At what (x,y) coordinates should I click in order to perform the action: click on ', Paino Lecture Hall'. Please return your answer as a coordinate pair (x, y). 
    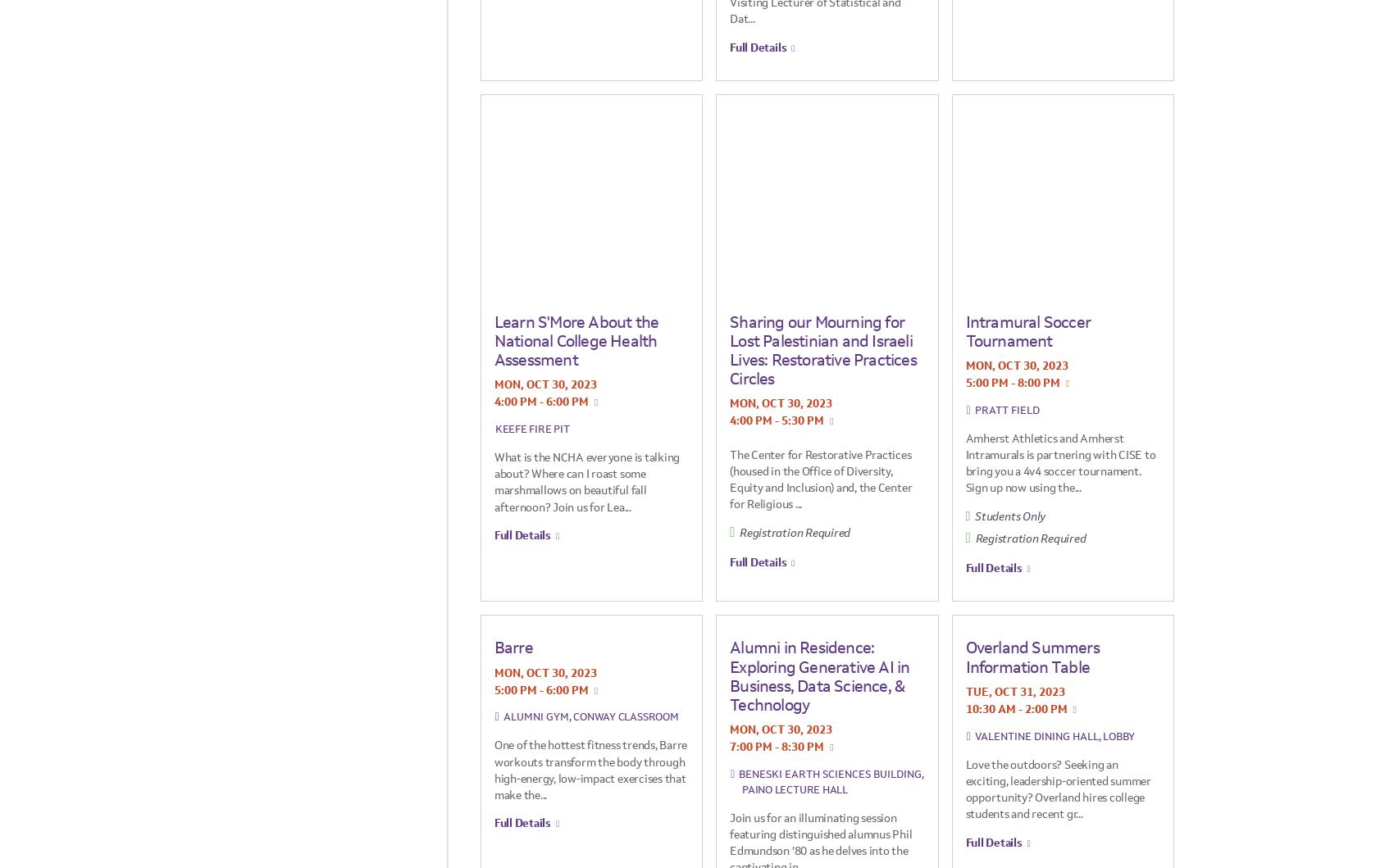
    Looking at the image, I should click on (831, 780).